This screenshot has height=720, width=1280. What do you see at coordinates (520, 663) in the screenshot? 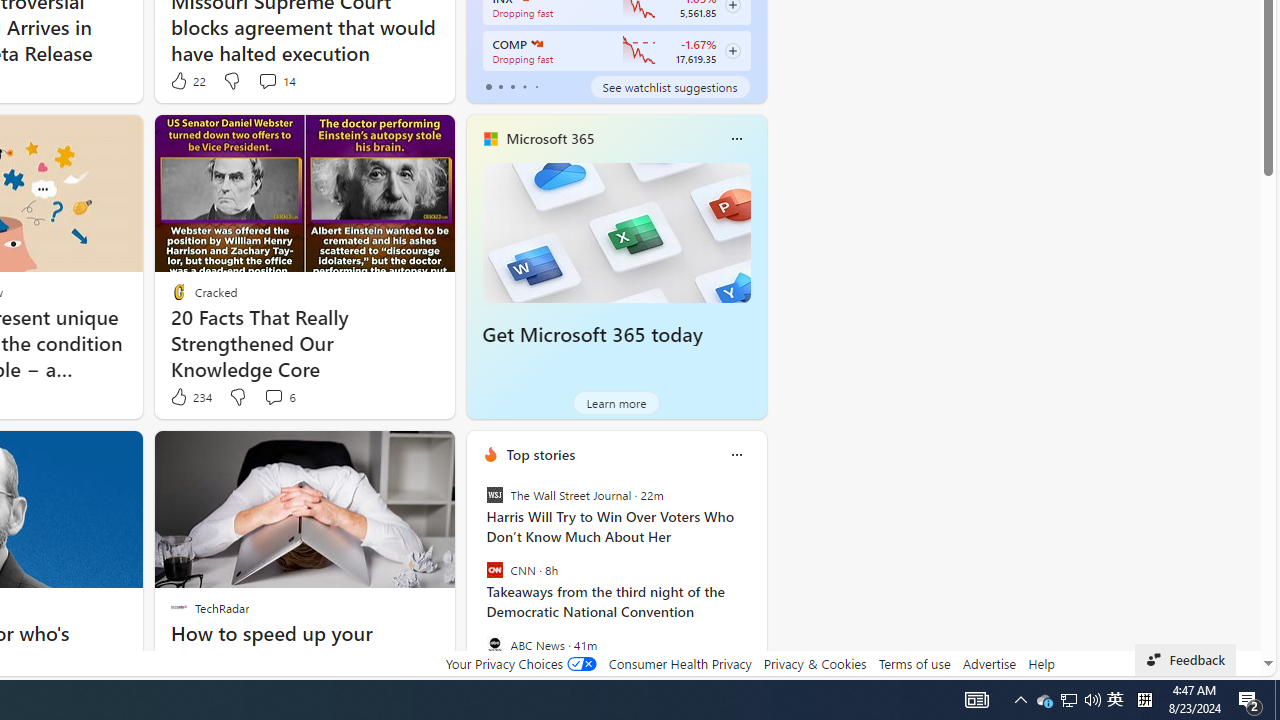
I see `'Your Privacy Choices'` at bounding box center [520, 663].